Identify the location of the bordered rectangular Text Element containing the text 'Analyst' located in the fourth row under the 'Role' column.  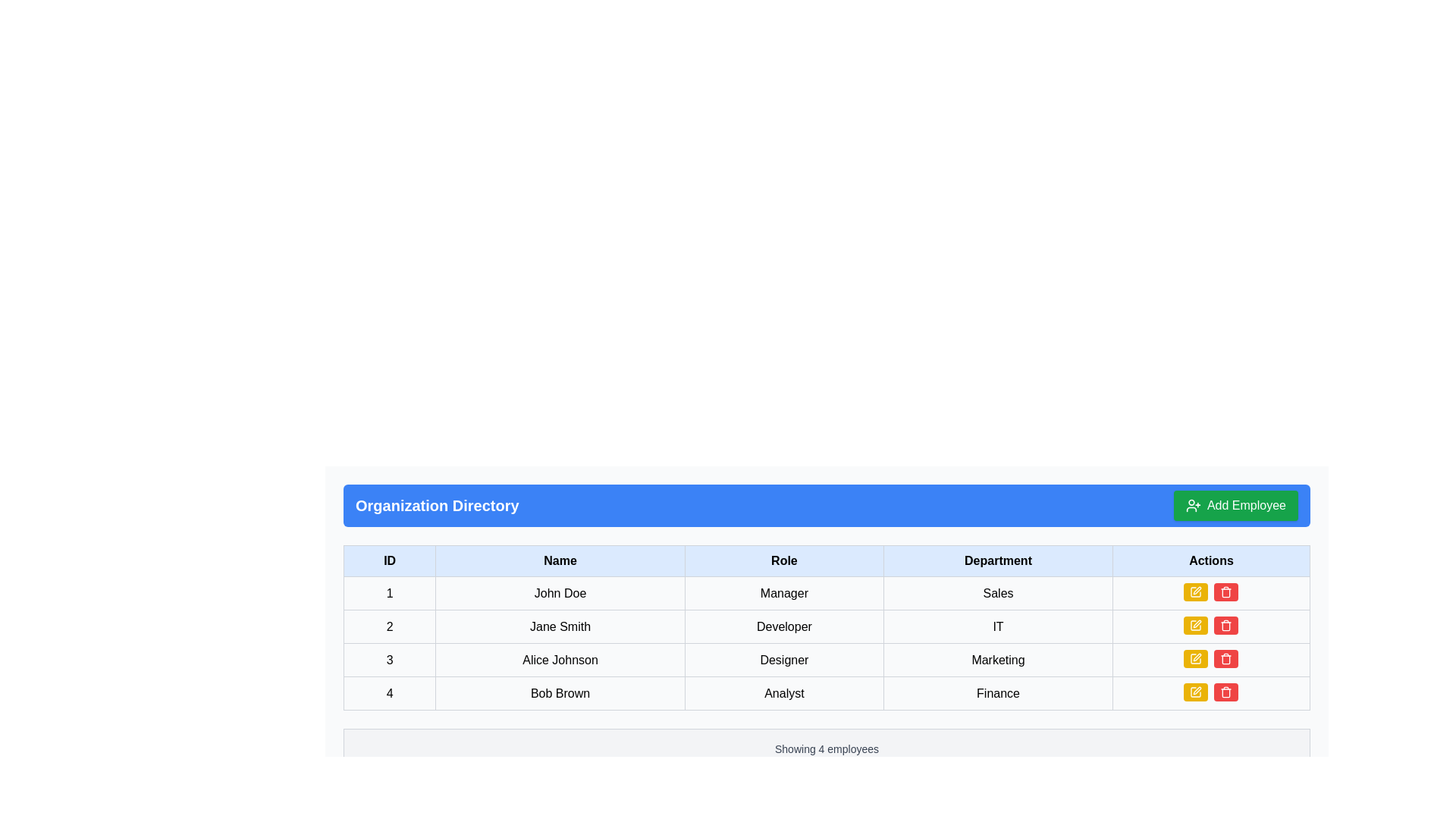
(784, 693).